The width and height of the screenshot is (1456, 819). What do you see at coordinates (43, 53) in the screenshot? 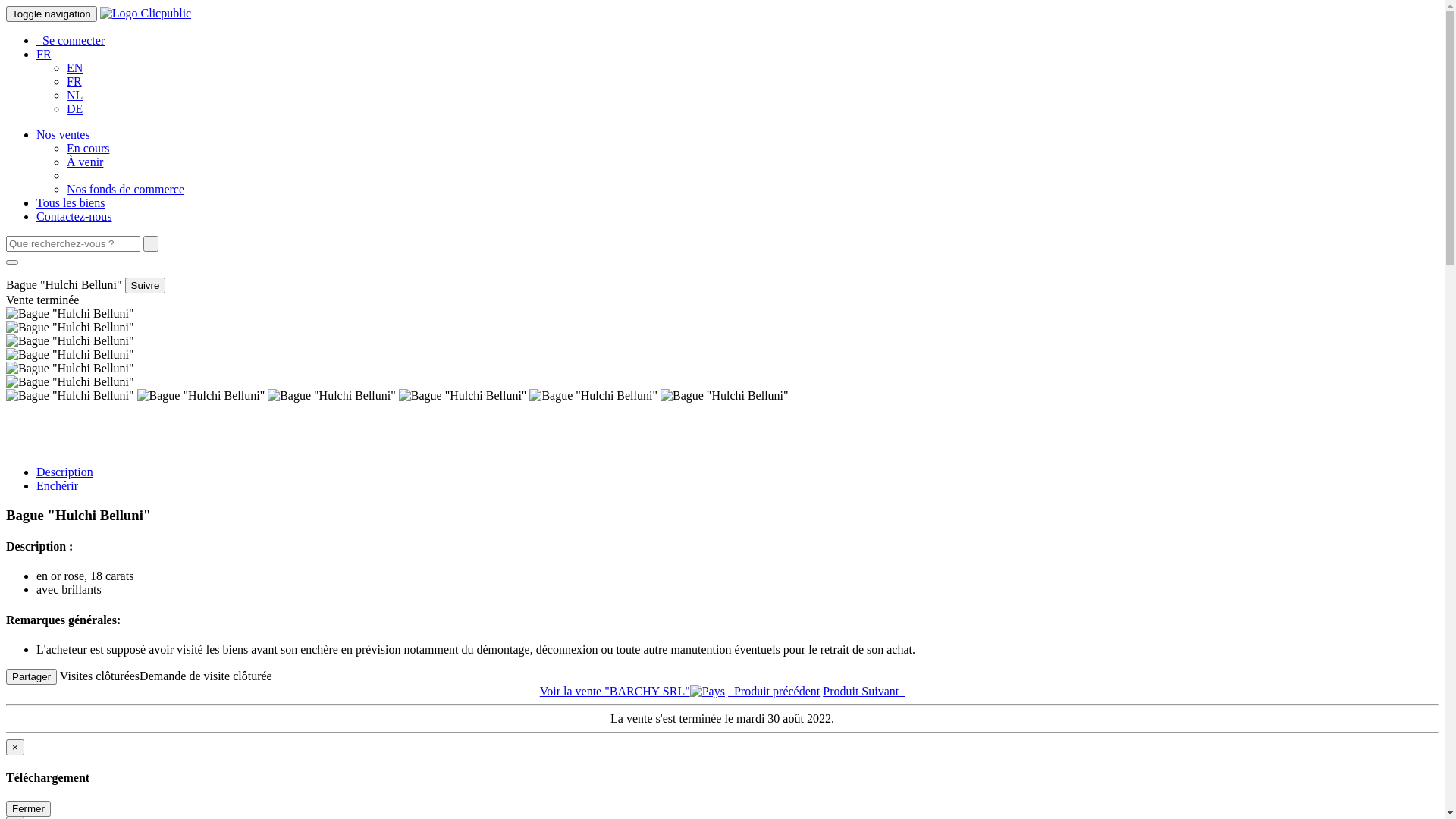
I see `'FR'` at bounding box center [43, 53].